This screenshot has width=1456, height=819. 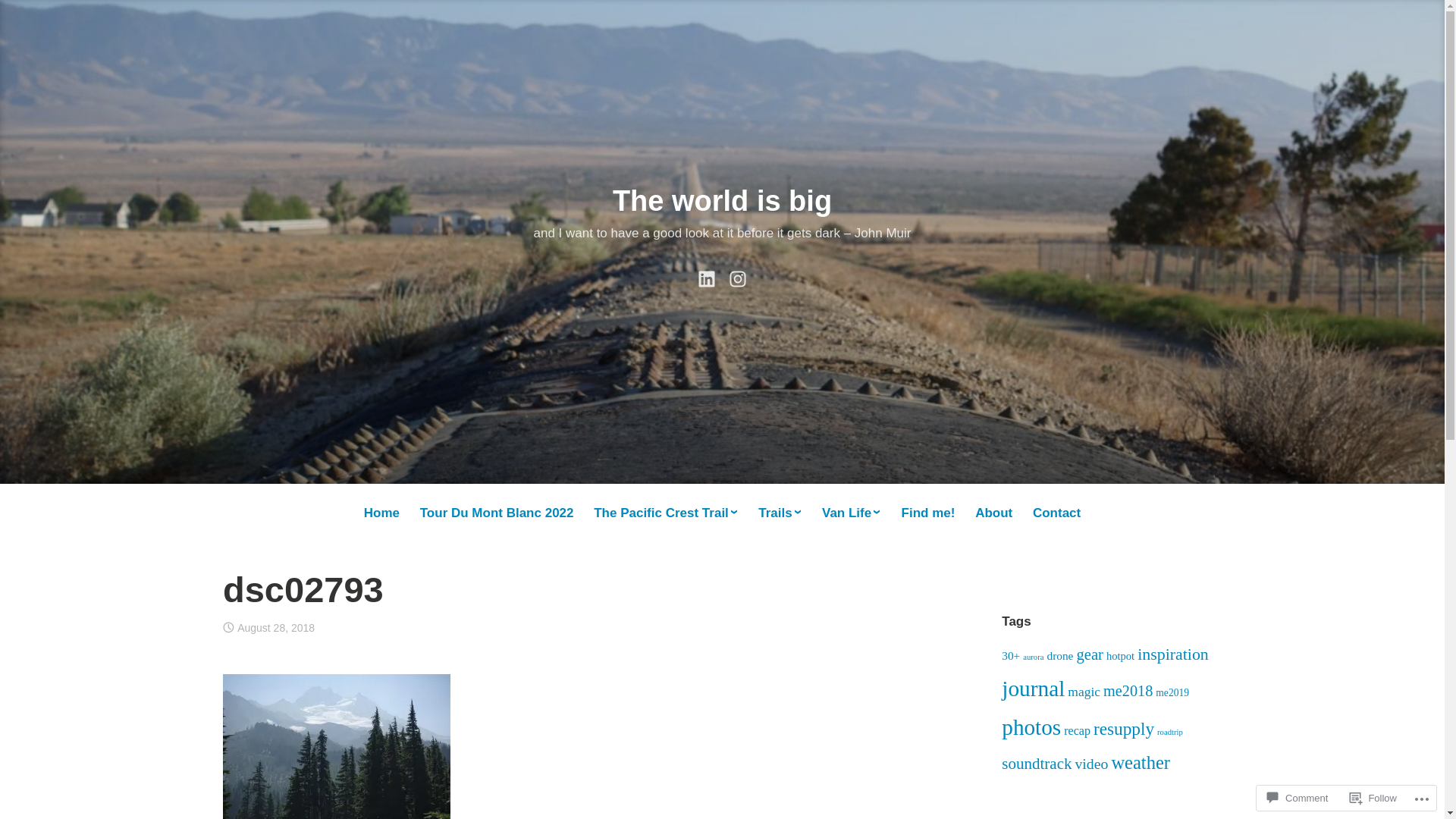 What do you see at coordinates (1083, 691) in the screenshot?
I see `'magic'` at bounding box center [1083, 691].